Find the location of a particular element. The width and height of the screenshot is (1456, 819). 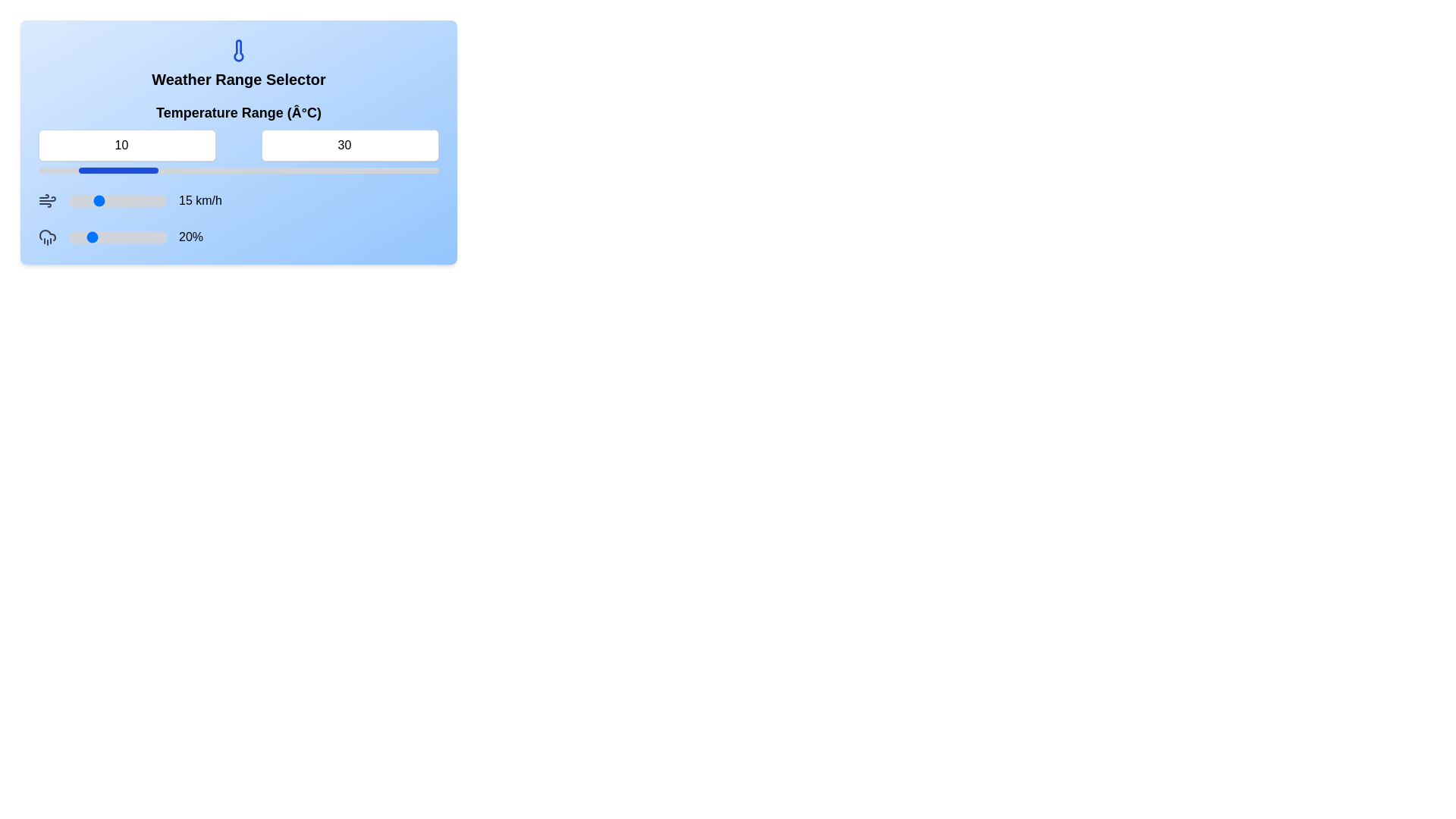

the speed is located at coordinates (116, 200).